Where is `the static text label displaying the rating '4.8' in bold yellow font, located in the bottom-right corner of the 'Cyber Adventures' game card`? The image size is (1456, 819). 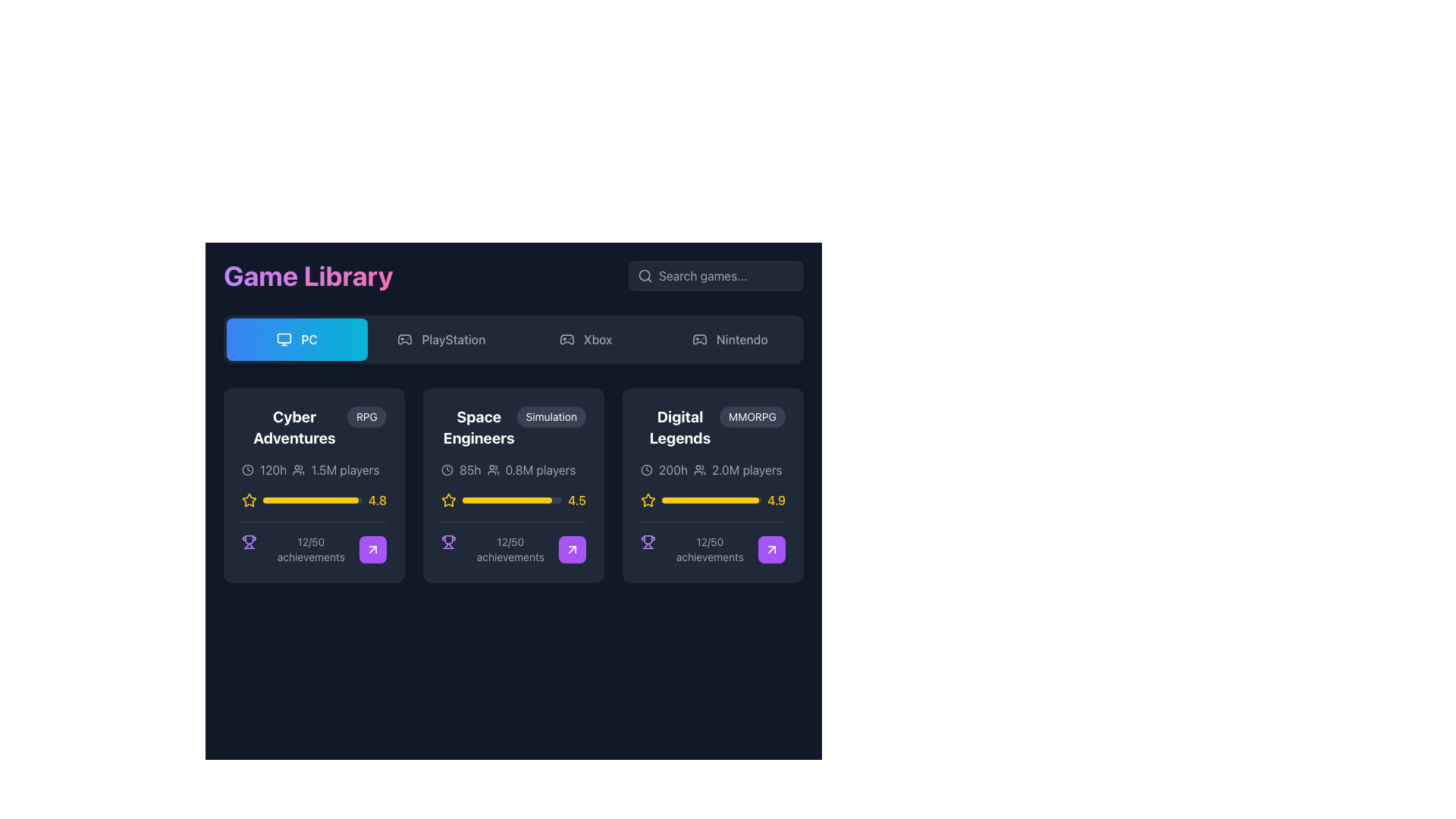 the static text label displaying the rating '4.8' in bold yellow font, located in the bottom-right corner of the 'Cyber Adventures' game card is located at coordinates (377, 500).